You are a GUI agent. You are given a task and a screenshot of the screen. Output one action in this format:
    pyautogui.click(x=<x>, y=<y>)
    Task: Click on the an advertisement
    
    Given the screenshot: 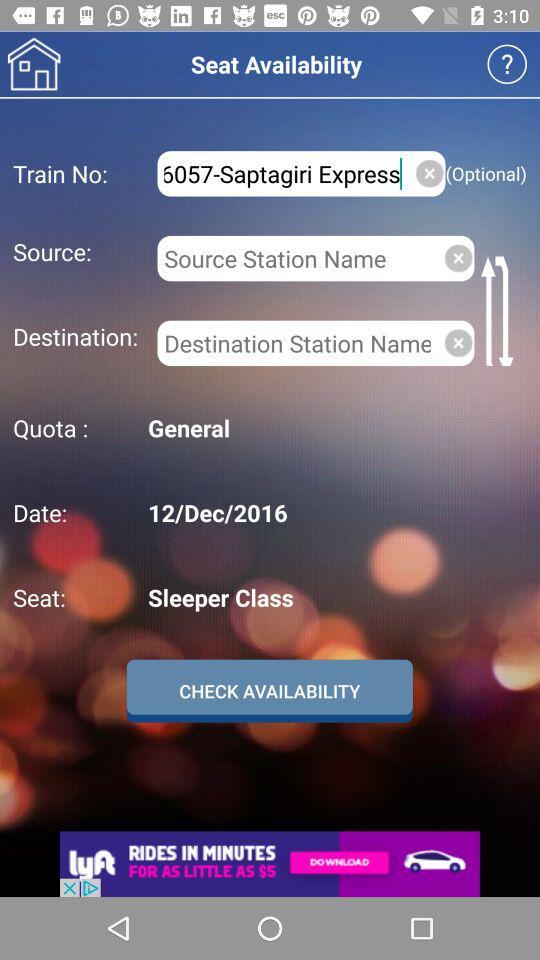 What is the action you would take?
    pyautogui.click(x=270, y=863)
    